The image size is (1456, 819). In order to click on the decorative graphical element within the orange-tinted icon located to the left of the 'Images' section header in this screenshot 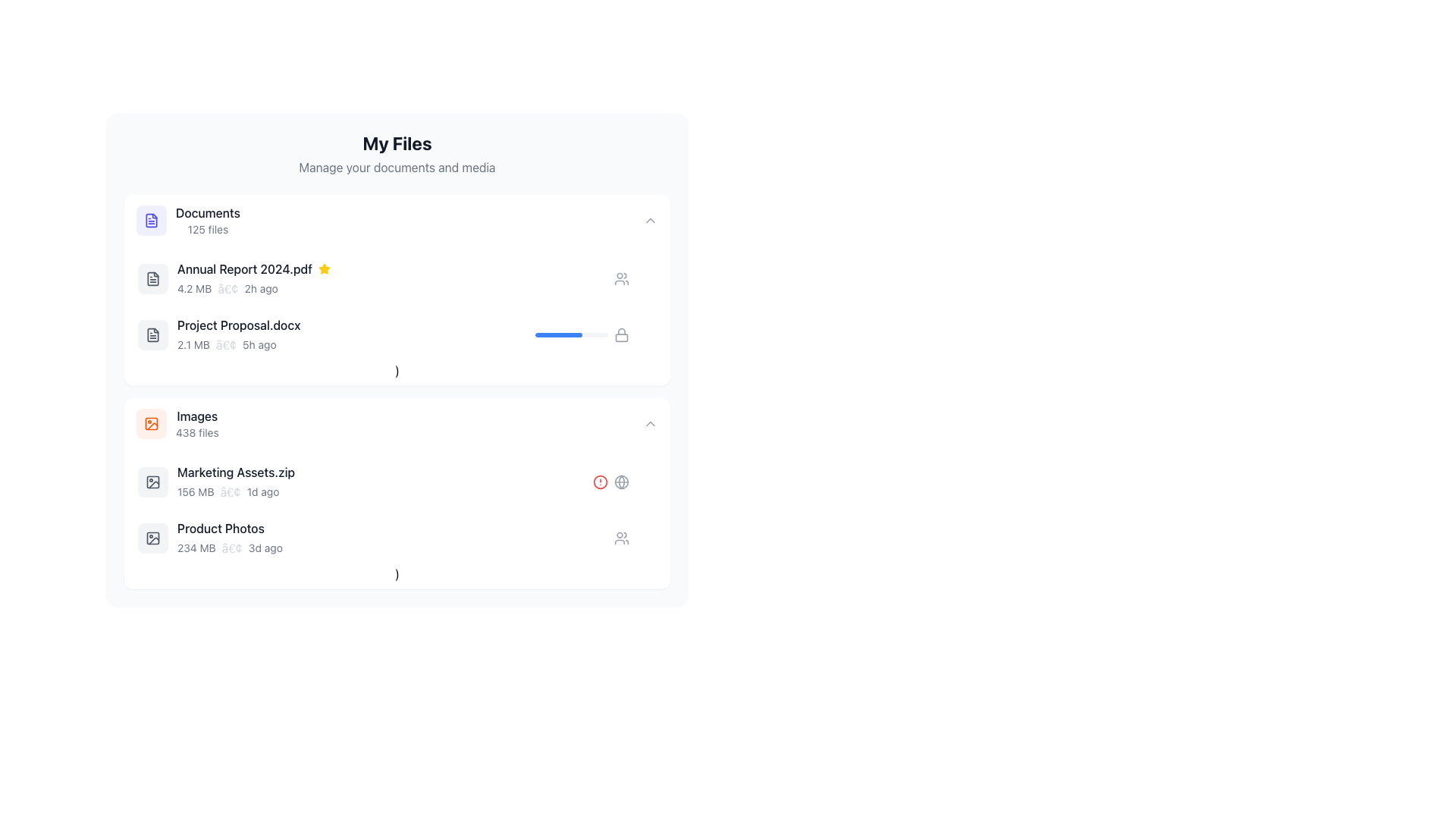, I will do `click(152, 424)`.